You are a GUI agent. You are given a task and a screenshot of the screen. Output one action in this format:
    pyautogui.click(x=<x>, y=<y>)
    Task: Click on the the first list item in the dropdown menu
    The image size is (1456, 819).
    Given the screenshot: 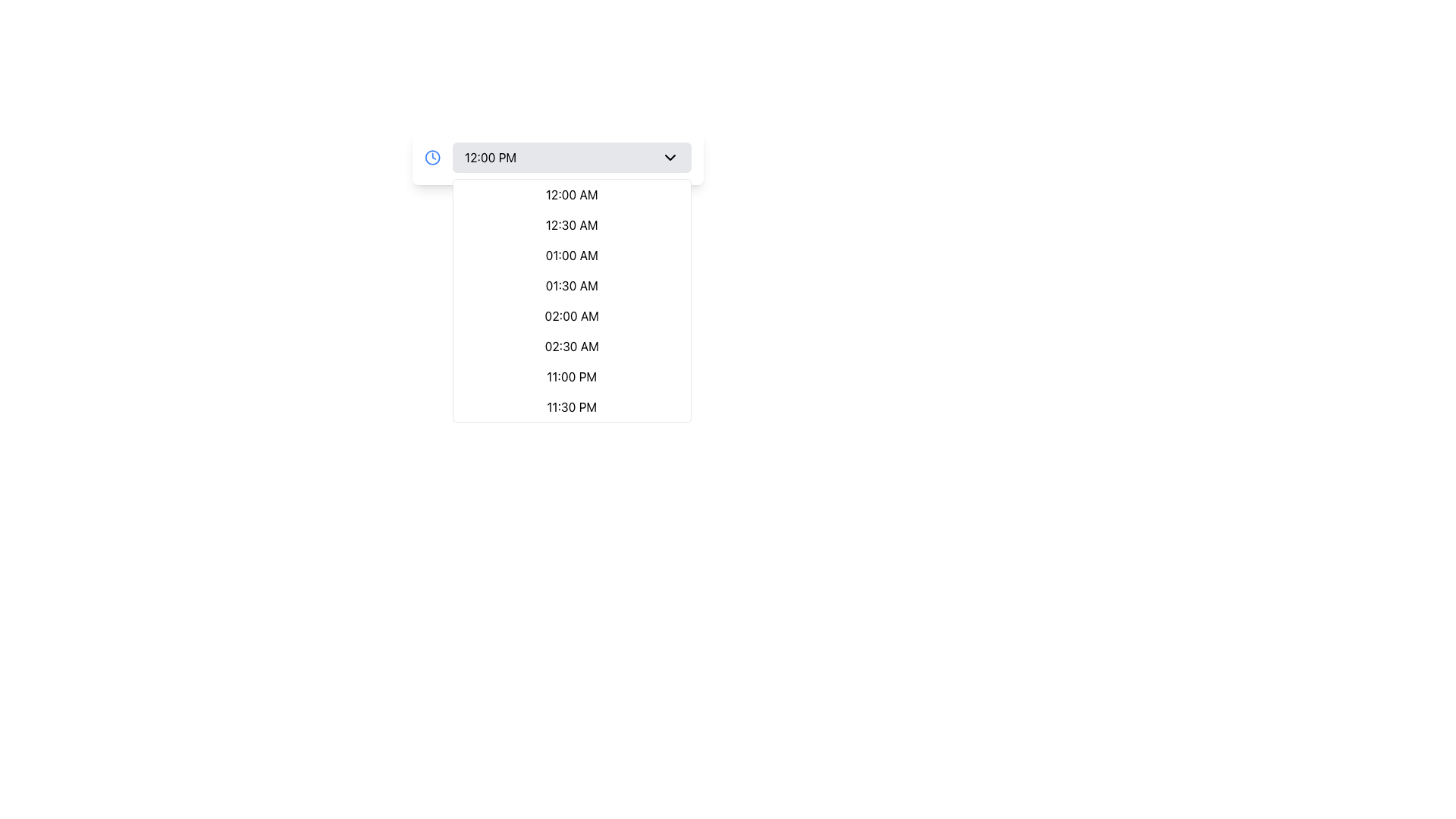 What is the action you would take?
    pyautogui.click(x=570, y=194)
    